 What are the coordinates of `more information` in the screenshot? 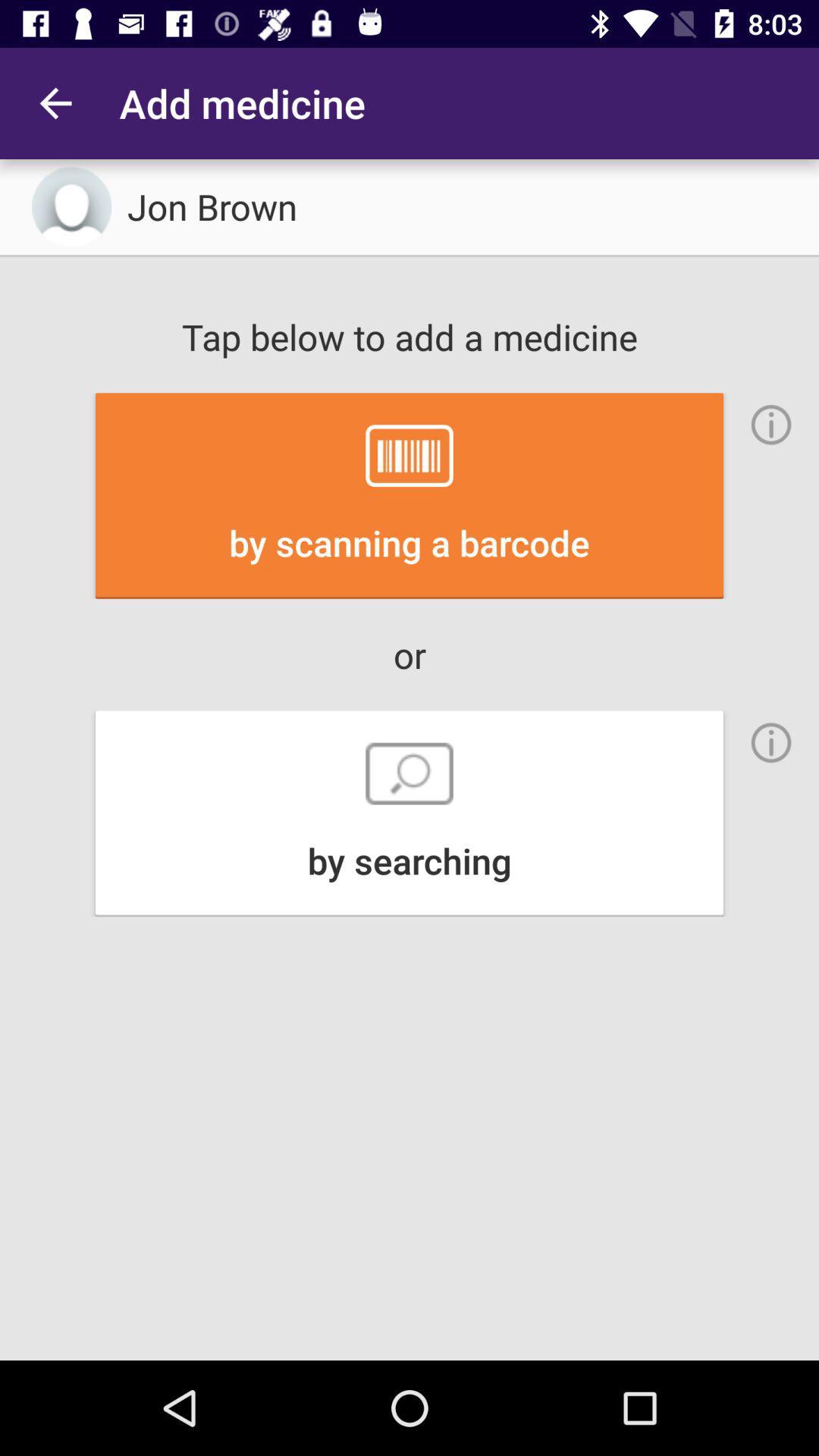 It's located at (771, 425).